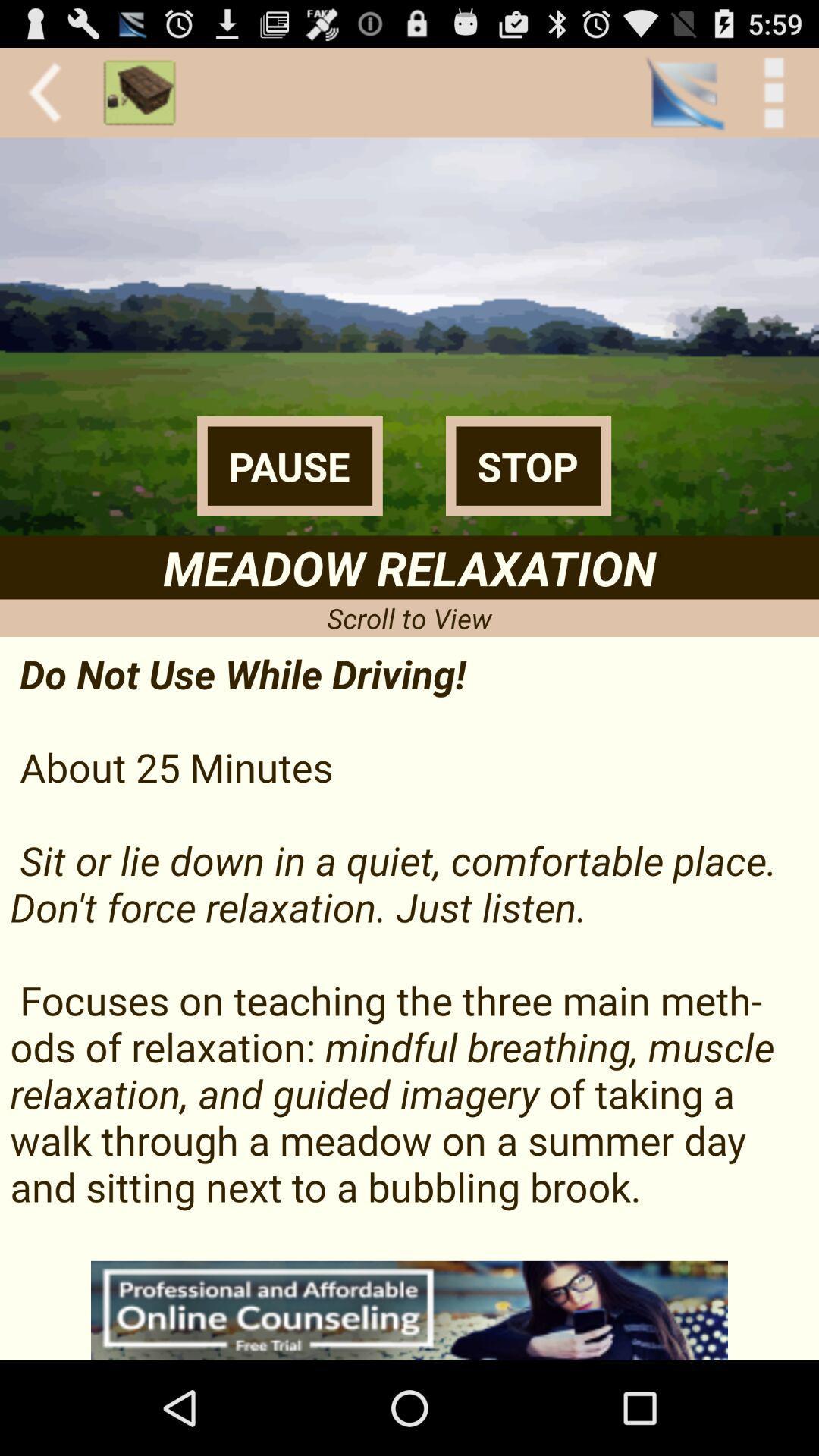 This screenshot has height=1456, width=819. Describe the element at coordinates (409, 1310) in the screenshot. I see `interact with advertisement` at that location.